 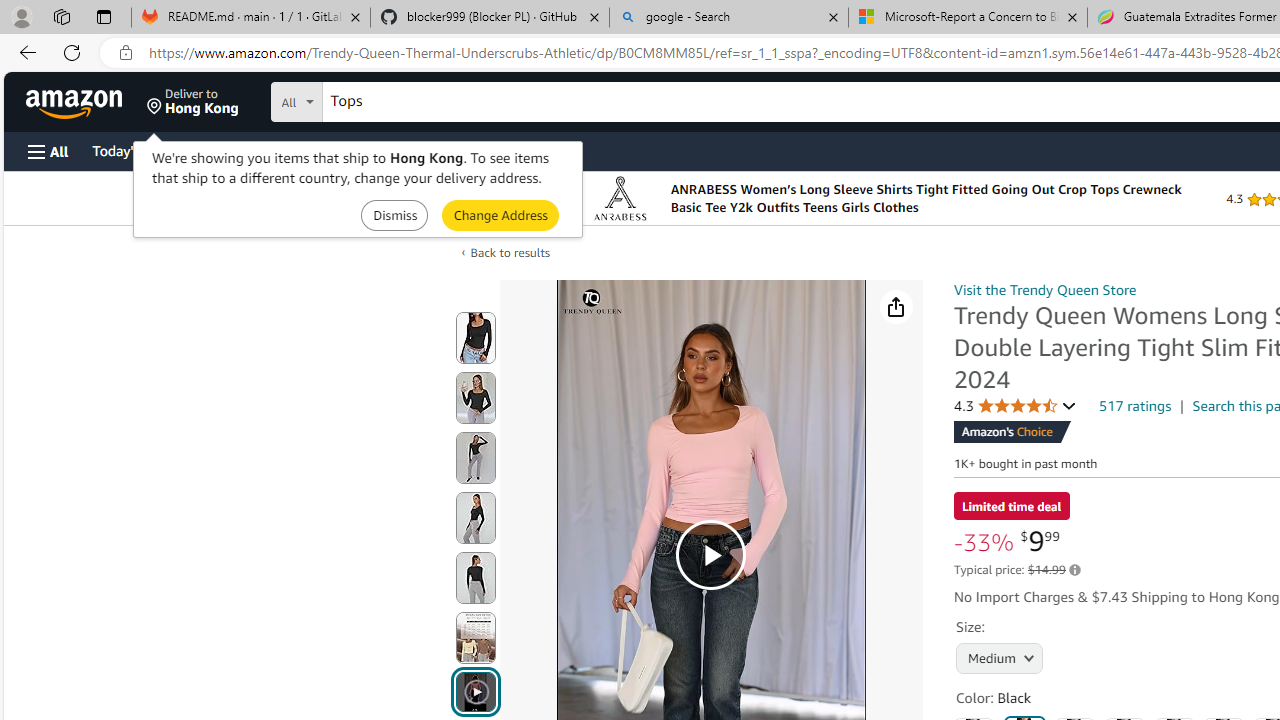 What do you see at coordinates (1136, 405) in the screenshot?
I see `'517 ratings'` at bounding box center [1136, 405].